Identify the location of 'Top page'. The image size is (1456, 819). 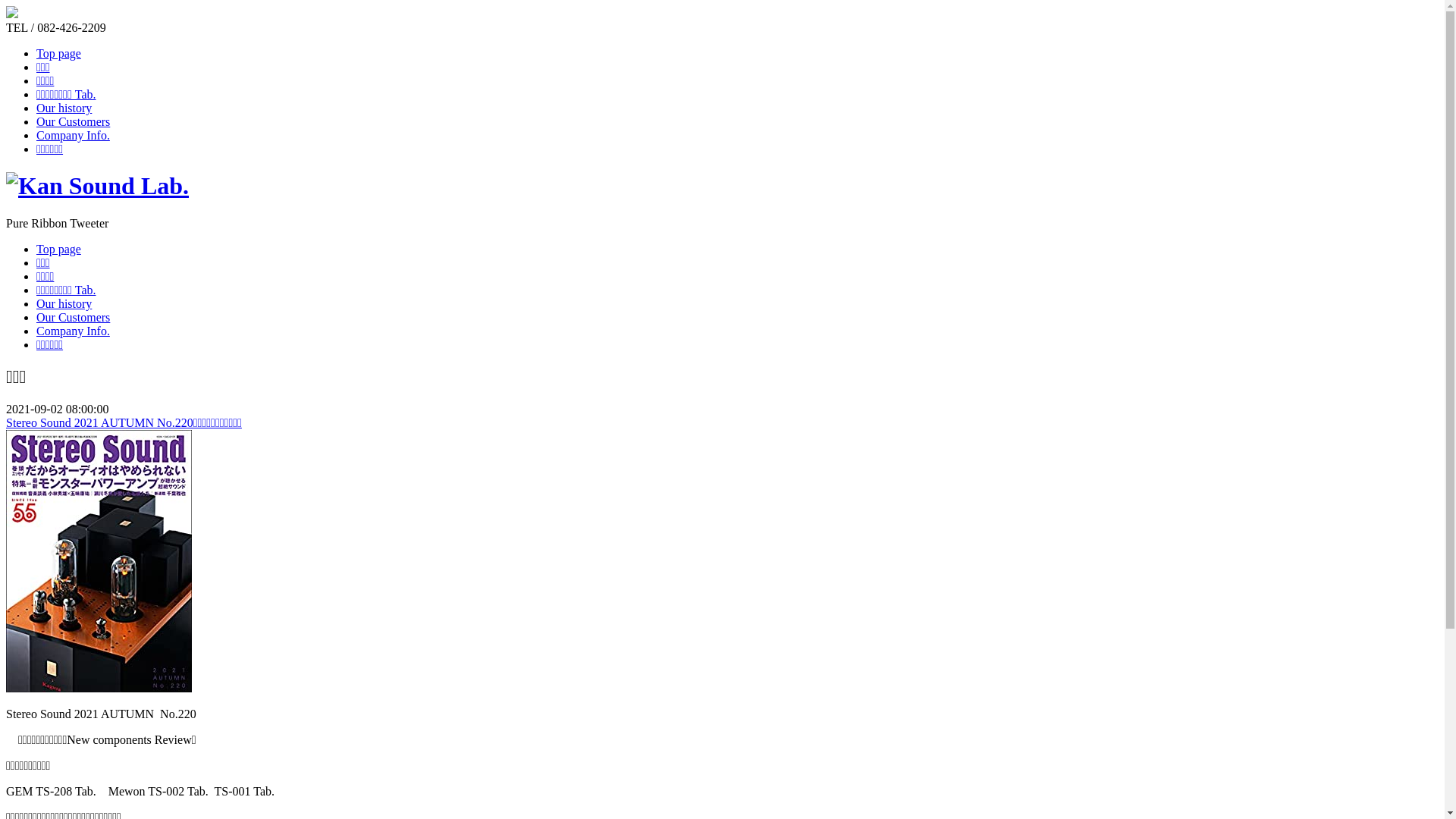
(58, 248).